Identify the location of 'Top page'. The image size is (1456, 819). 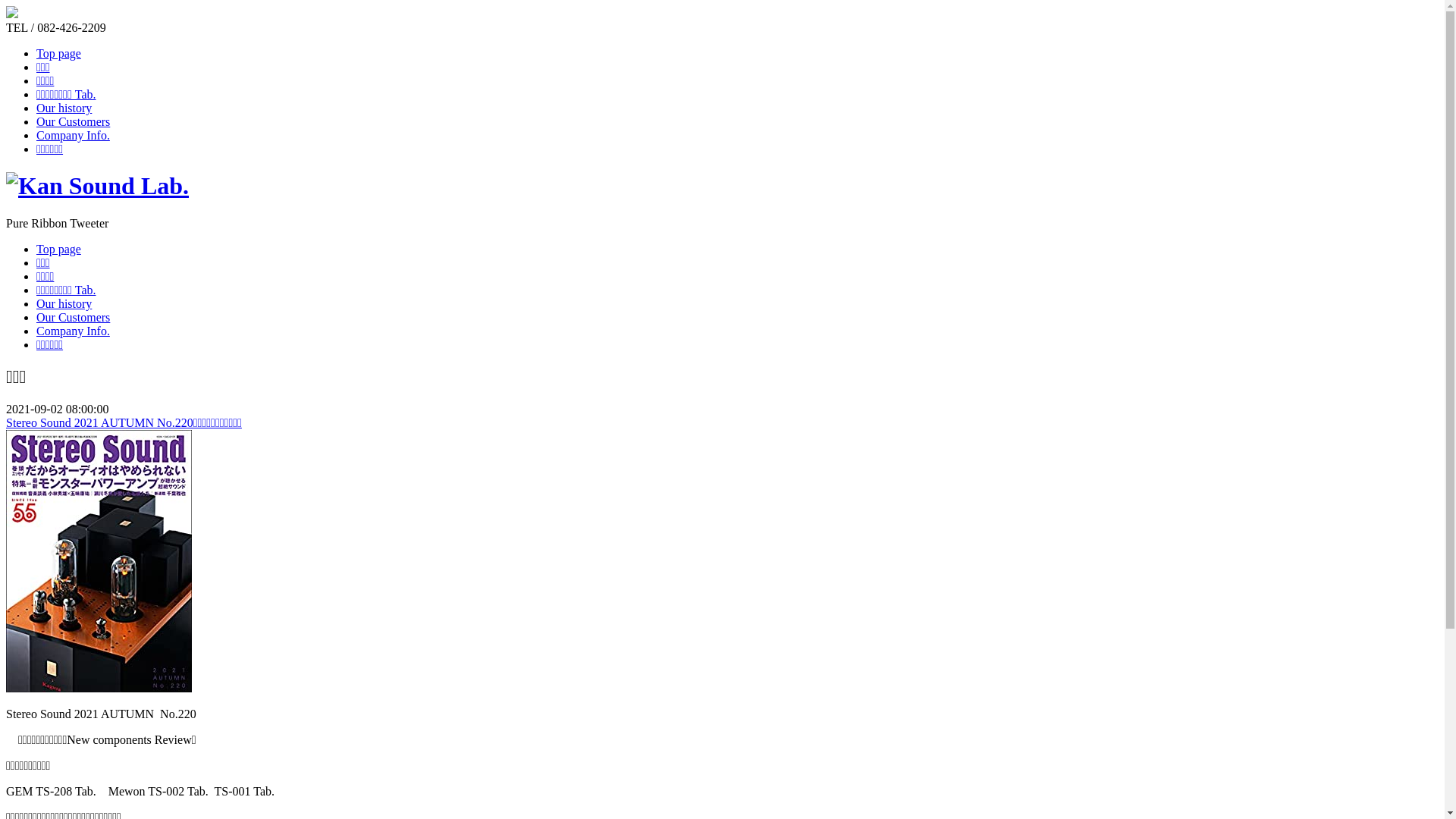
(58, 248).